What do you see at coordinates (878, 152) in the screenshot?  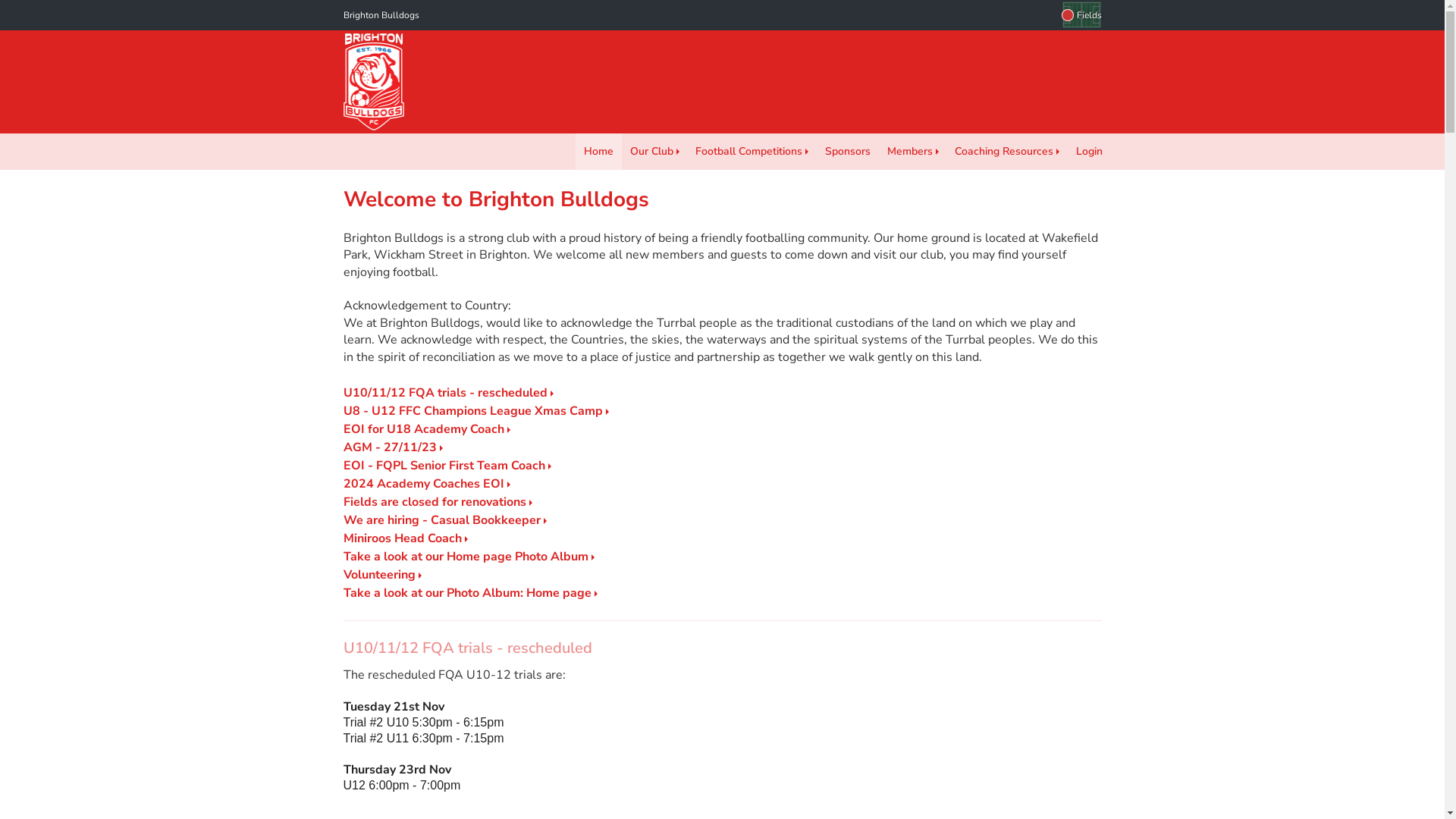 I see `'Members'` at bounding box center [878, 152].